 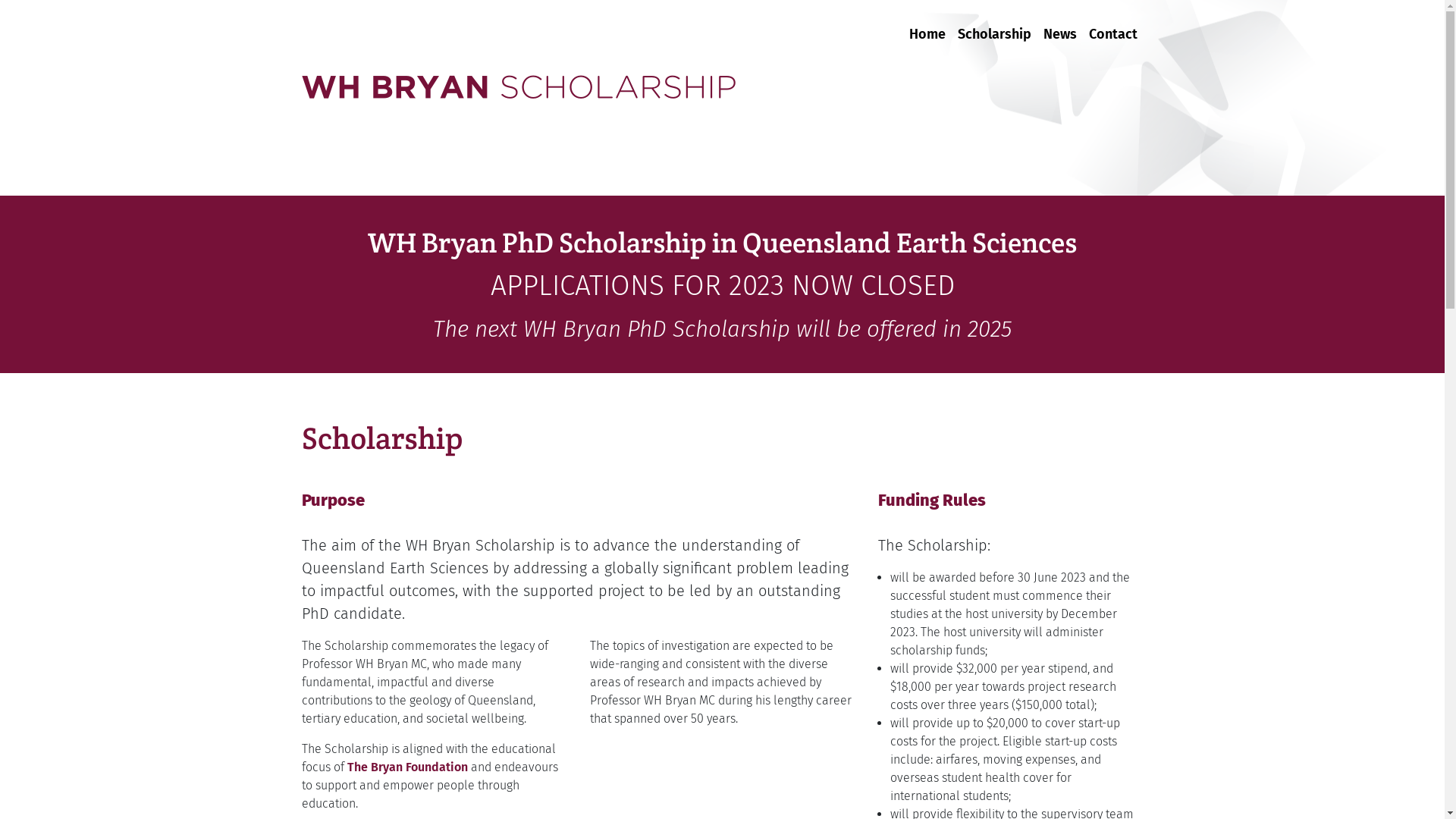 I want to click on 'Scholarship', so click(x=993, y=25).